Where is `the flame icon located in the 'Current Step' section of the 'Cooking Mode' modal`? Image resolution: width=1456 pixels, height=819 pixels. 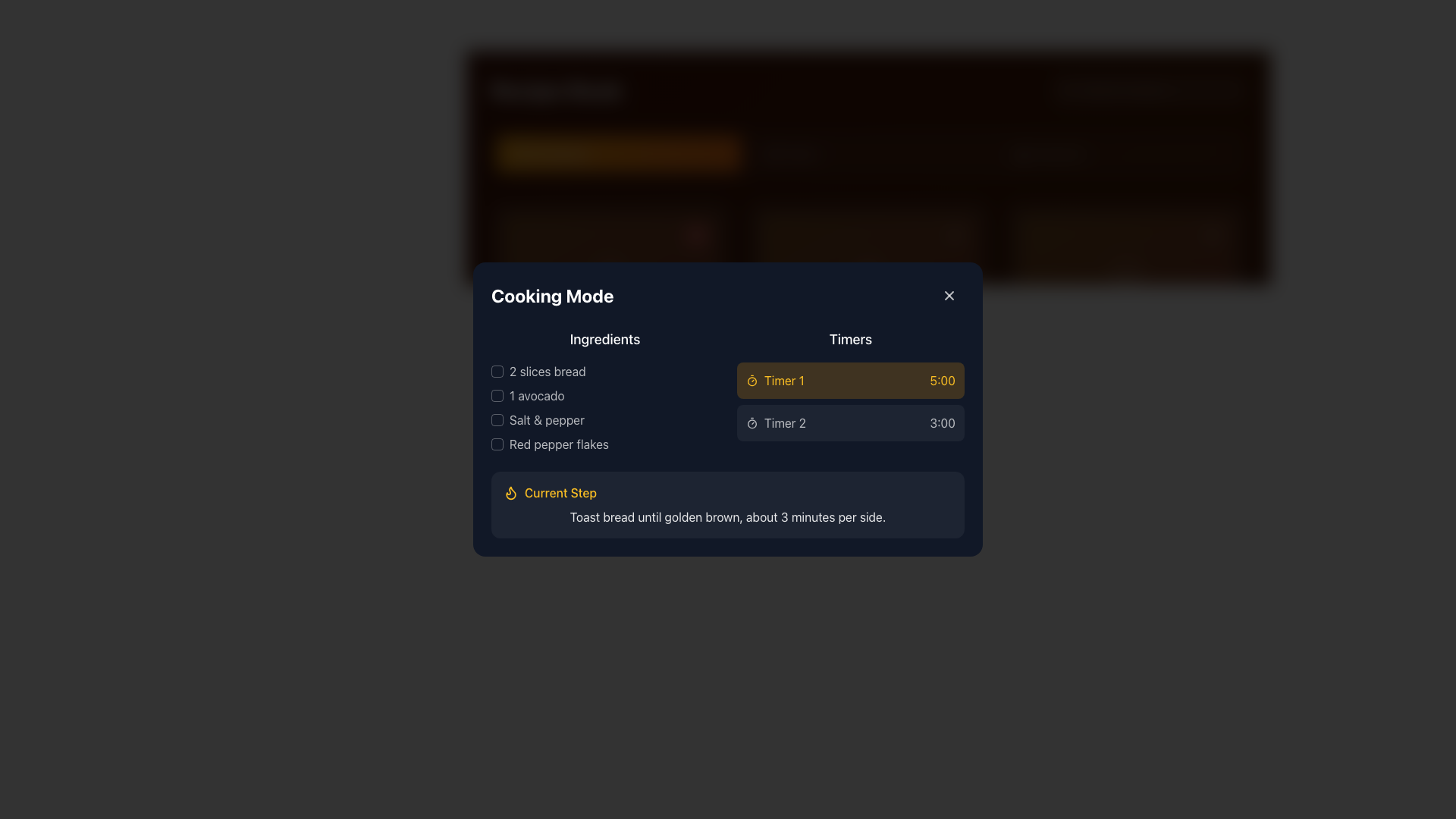 the flame icon located in the 'Current Step' section of the 'Cooking Mode' modal is located at coordinates (510, 493).